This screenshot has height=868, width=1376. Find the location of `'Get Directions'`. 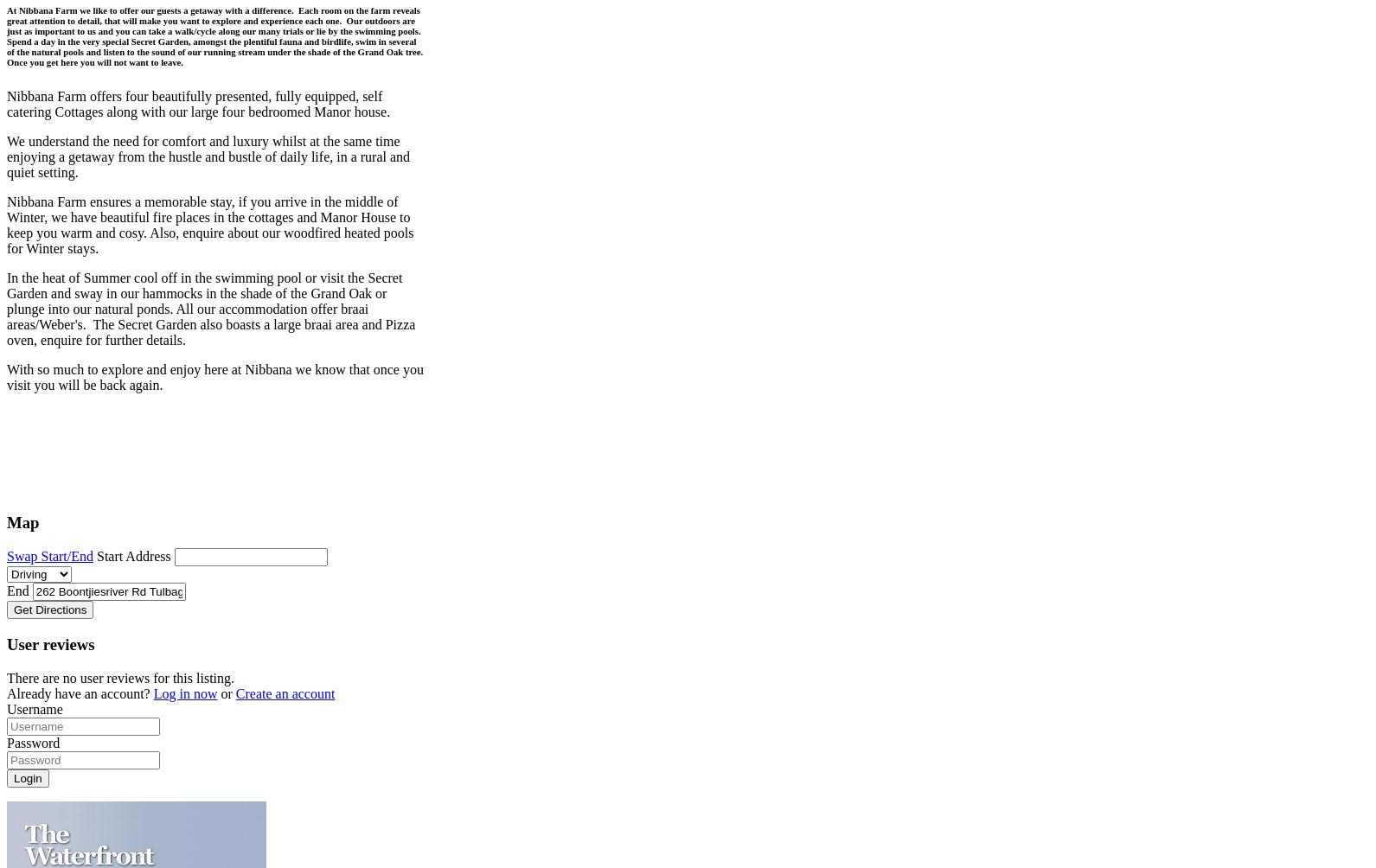

'Get Directions' is located at coordinates (50, 609).